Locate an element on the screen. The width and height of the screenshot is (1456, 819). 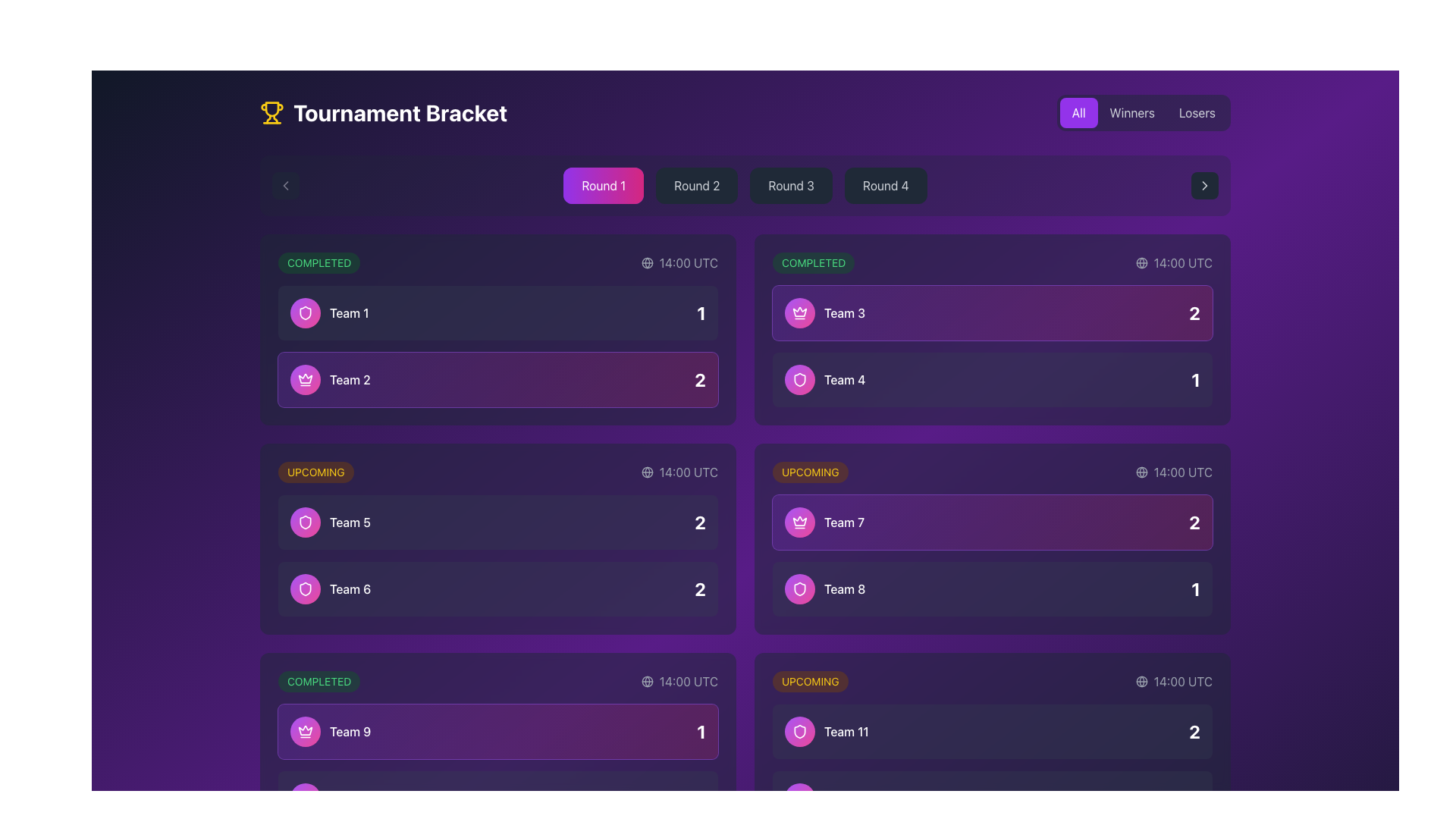
the navigation button that allows users to proceed to the next set of rounds or categories for keyboard navigation is located at coordinates (1203, 185).